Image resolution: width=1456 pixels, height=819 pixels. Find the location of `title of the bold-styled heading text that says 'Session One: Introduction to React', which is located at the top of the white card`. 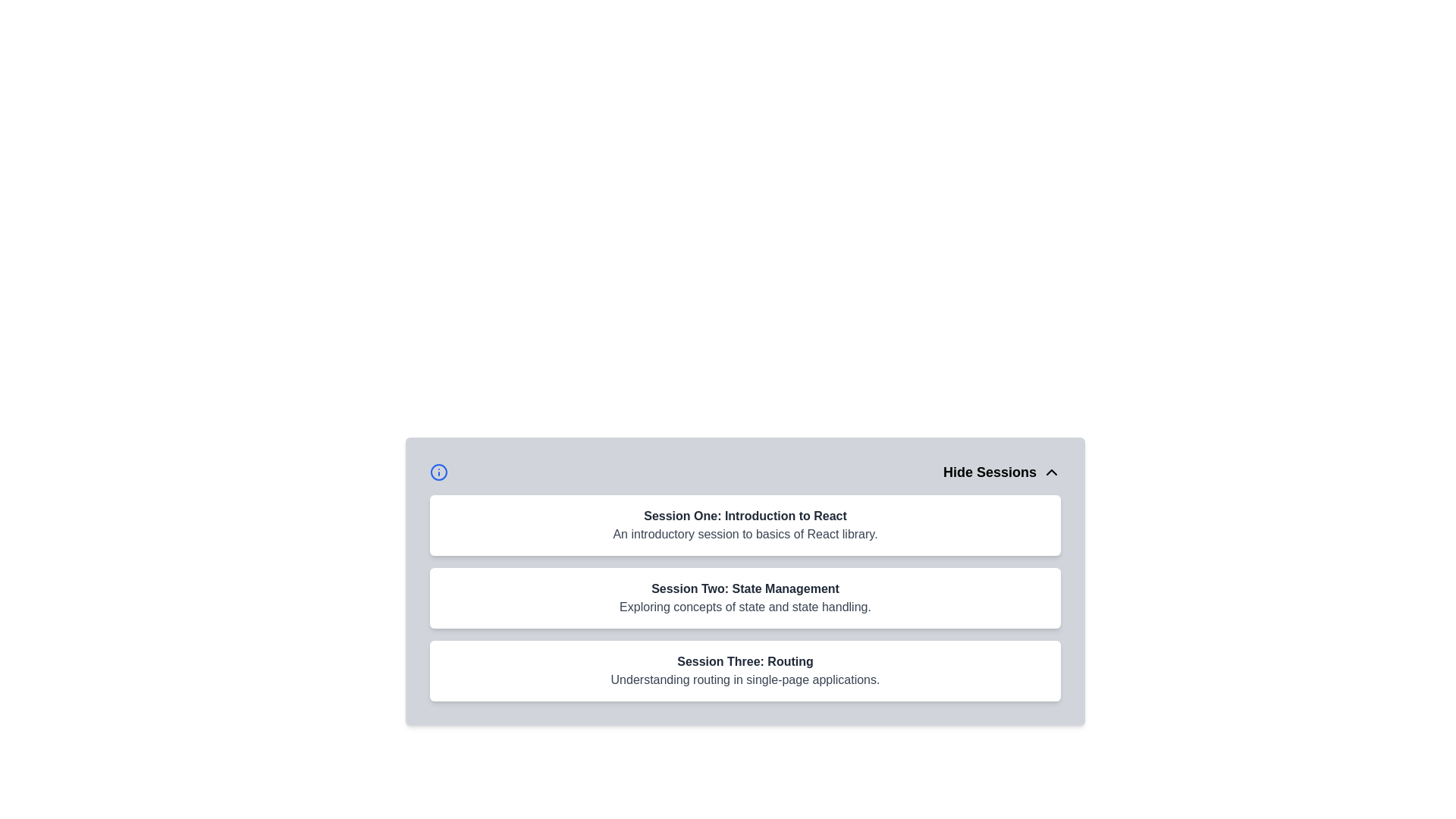

title of the bold-styled heading text that says 'Session One: Introduction to React', which is located at the top of the white card is located at coordinates (745, 516).